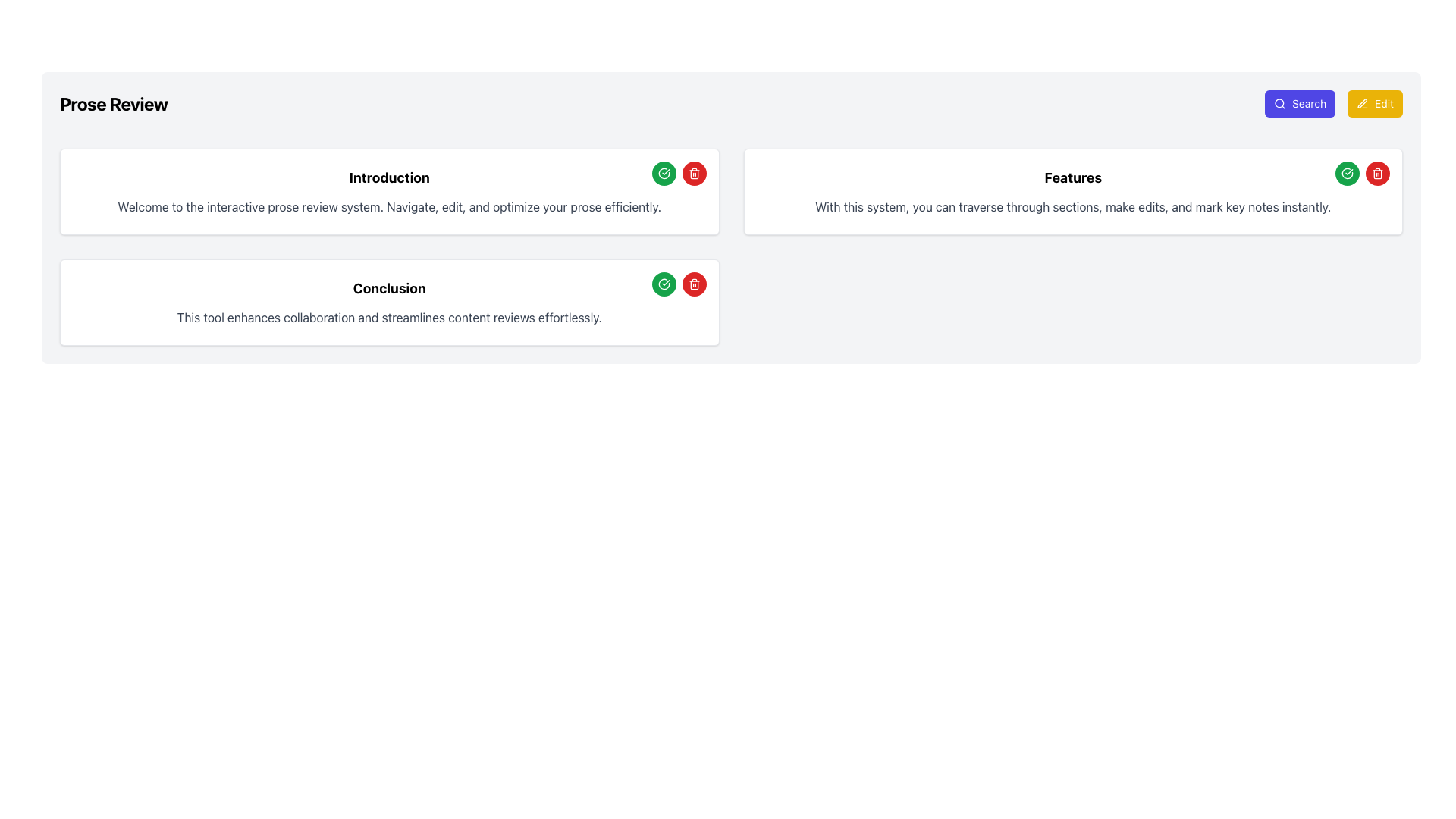 This screenshot has width=1456, height=819. I want to click on the confirmation button located in the top-right area of the 'Features' section for keyboard navigation, so click(1347, 172).